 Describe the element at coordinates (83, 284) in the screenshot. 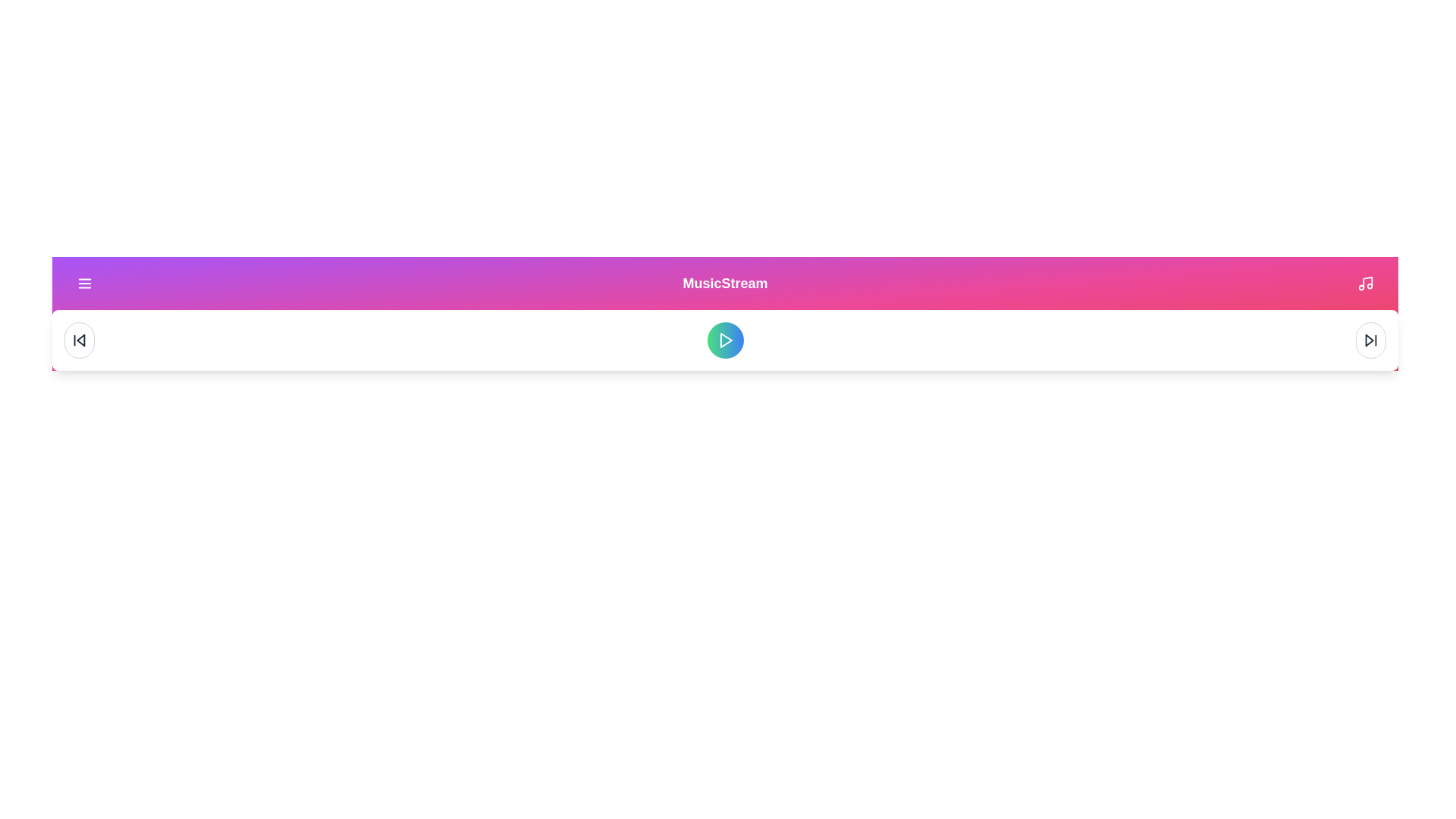

I see `the menu icon button to toggle the menu visibility` at that location.